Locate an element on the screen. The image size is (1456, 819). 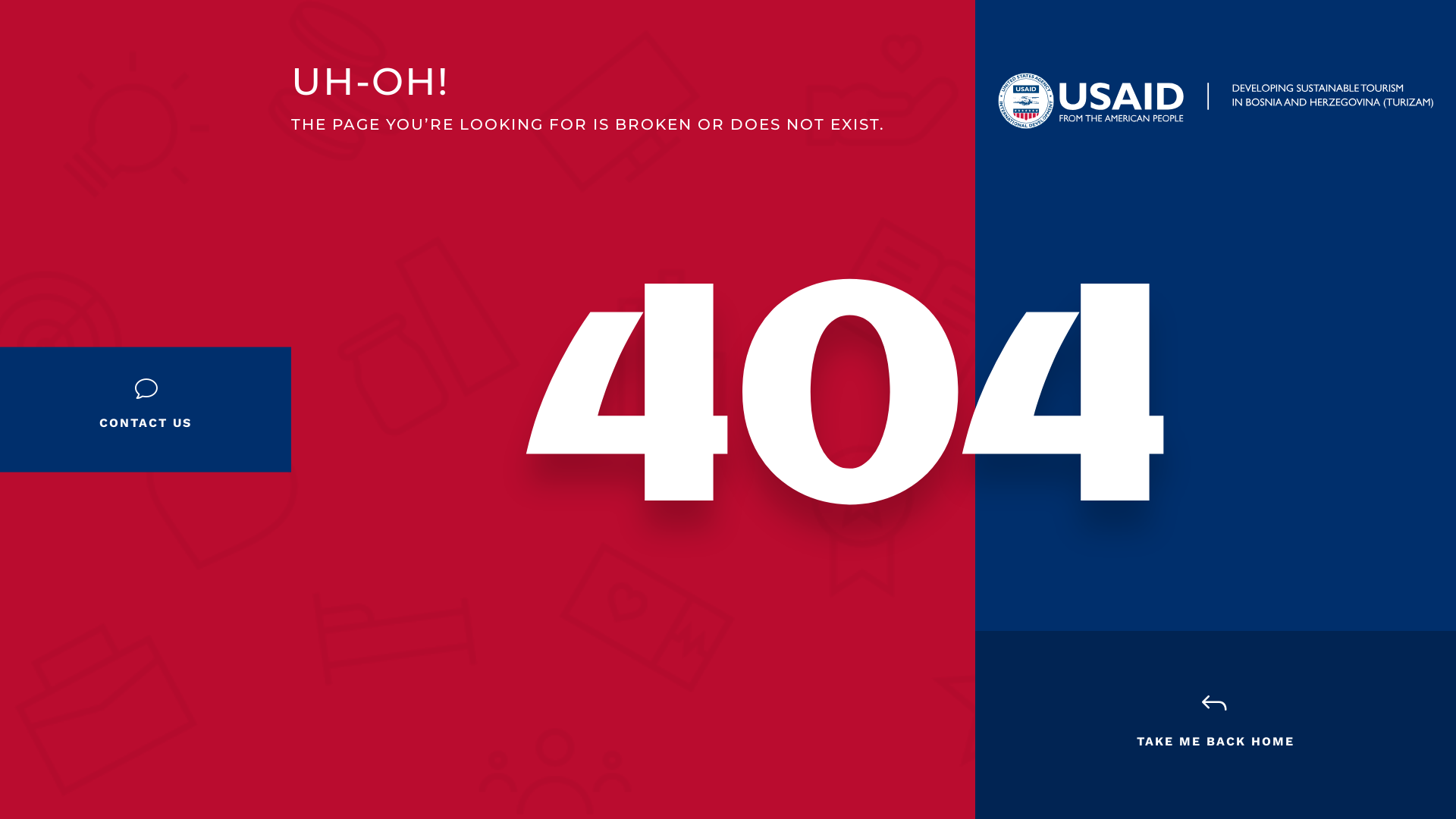
'v' is located at coordinates (145, 388).